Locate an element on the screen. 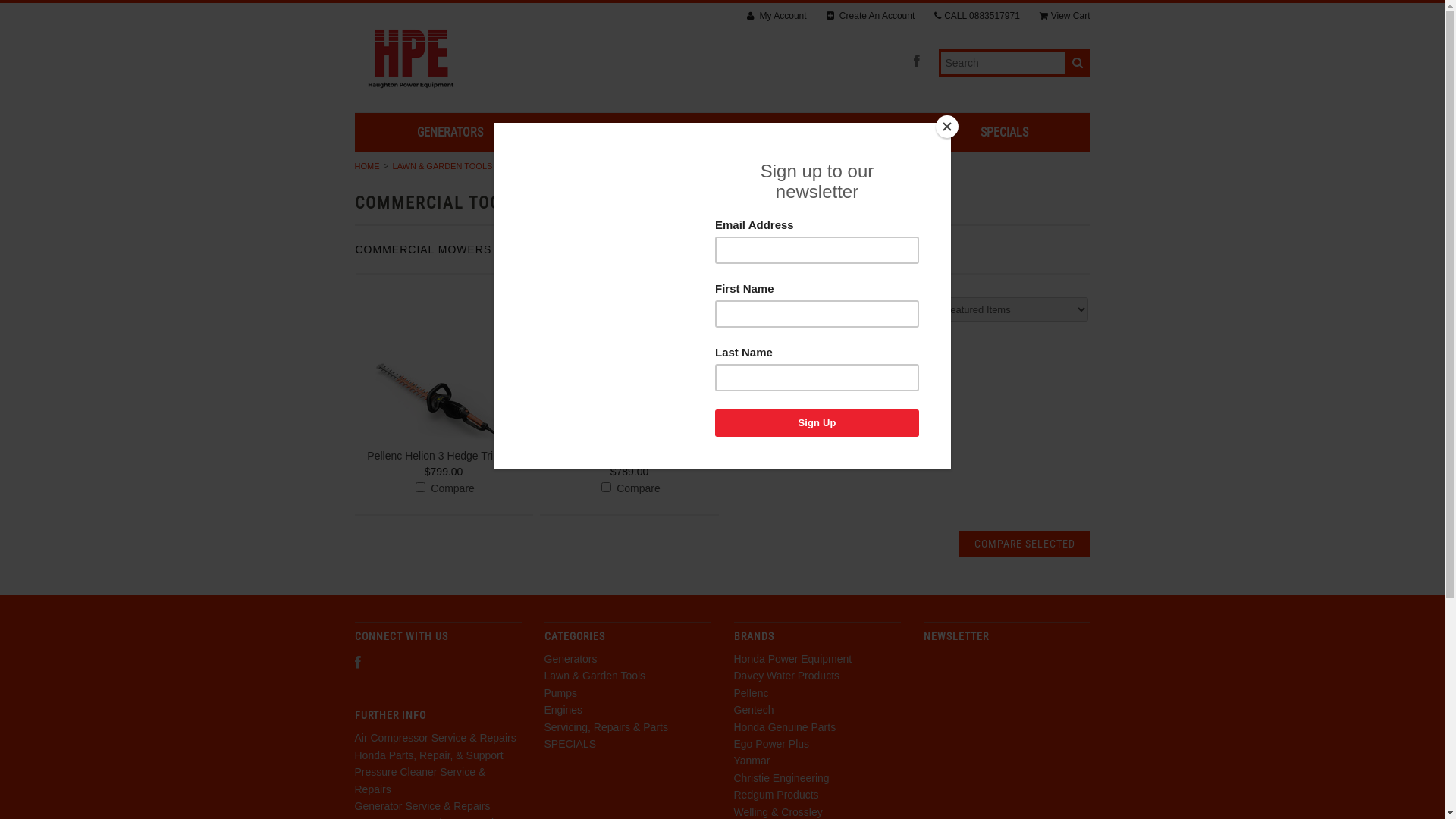  '773' is located at coordinates (605, 487).